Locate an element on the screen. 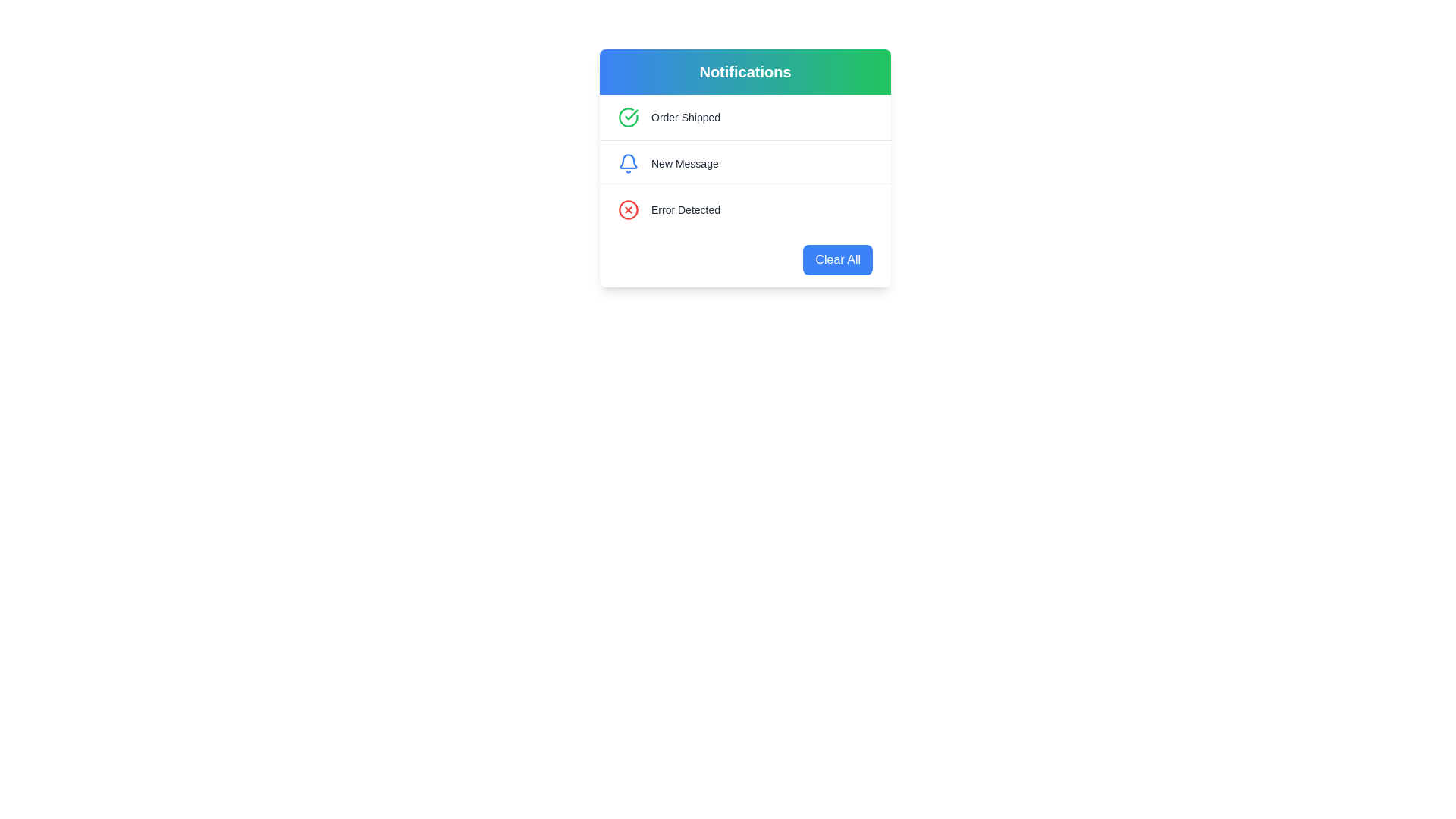 The height and width of the screenshot is (819, 1456). the clear notifications button located at the lower-right corner of the notification panel is located at coordinates (837, 259).